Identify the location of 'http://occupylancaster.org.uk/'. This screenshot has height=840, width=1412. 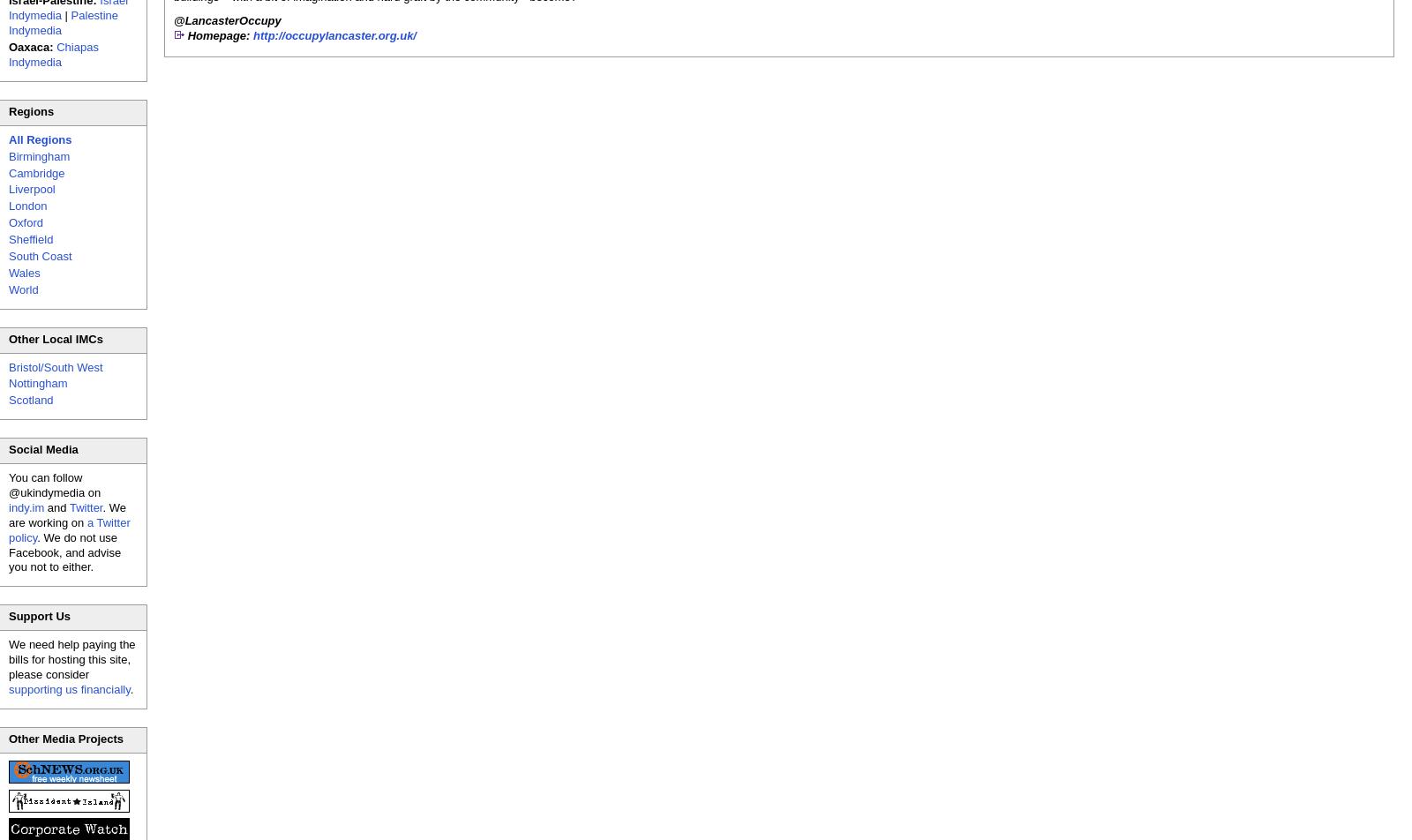
(334, 34).